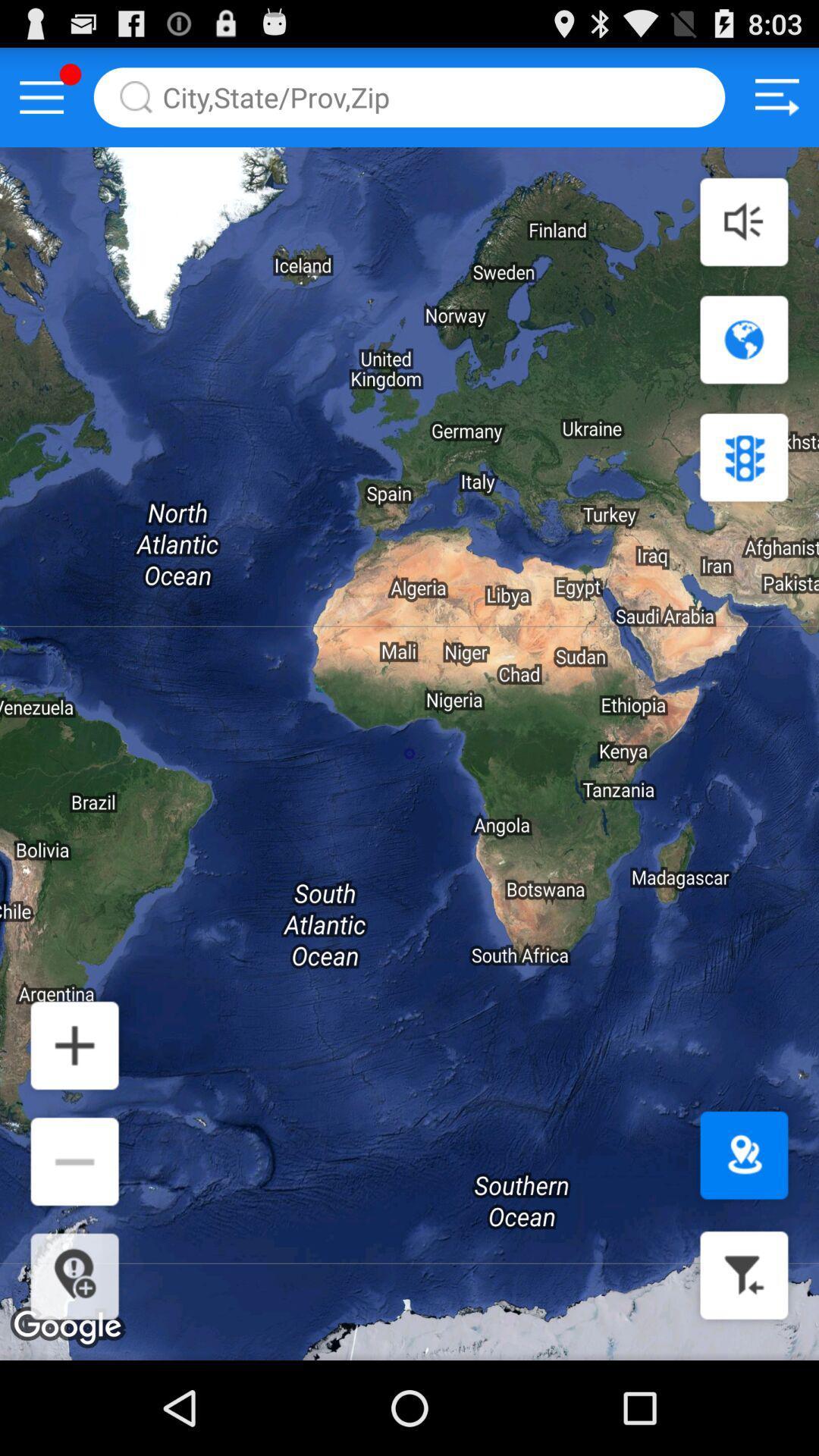 Image resolution: width=819 pixels, height=1456 pixels. I want to click on the volume icon, so click(743, 237).